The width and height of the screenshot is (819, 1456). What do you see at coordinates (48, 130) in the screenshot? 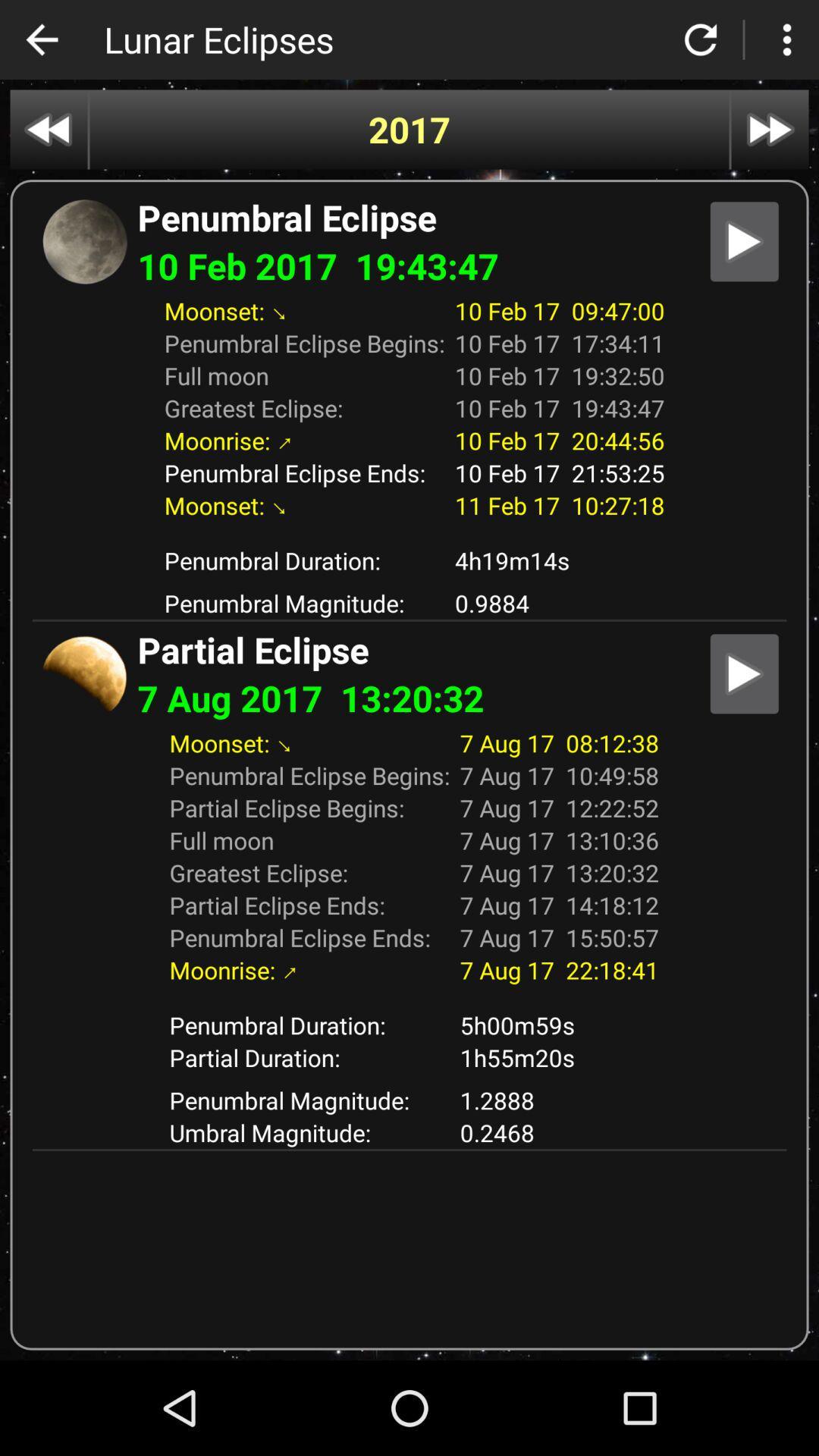
I see `go back` at bounding box center [48, 130].